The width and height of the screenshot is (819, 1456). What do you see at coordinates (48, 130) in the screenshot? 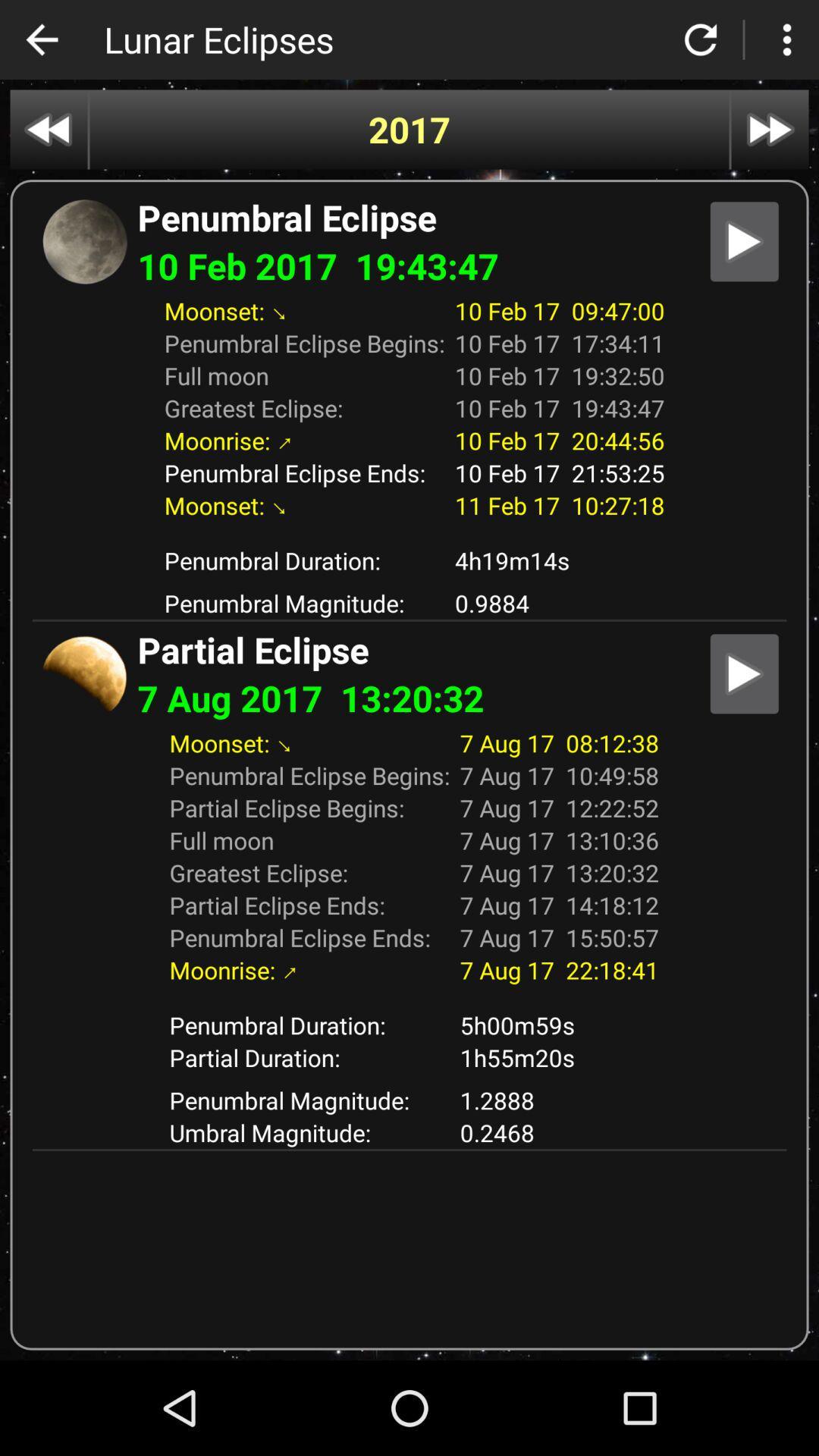
I see `go back` at bounding box center [48, 130].